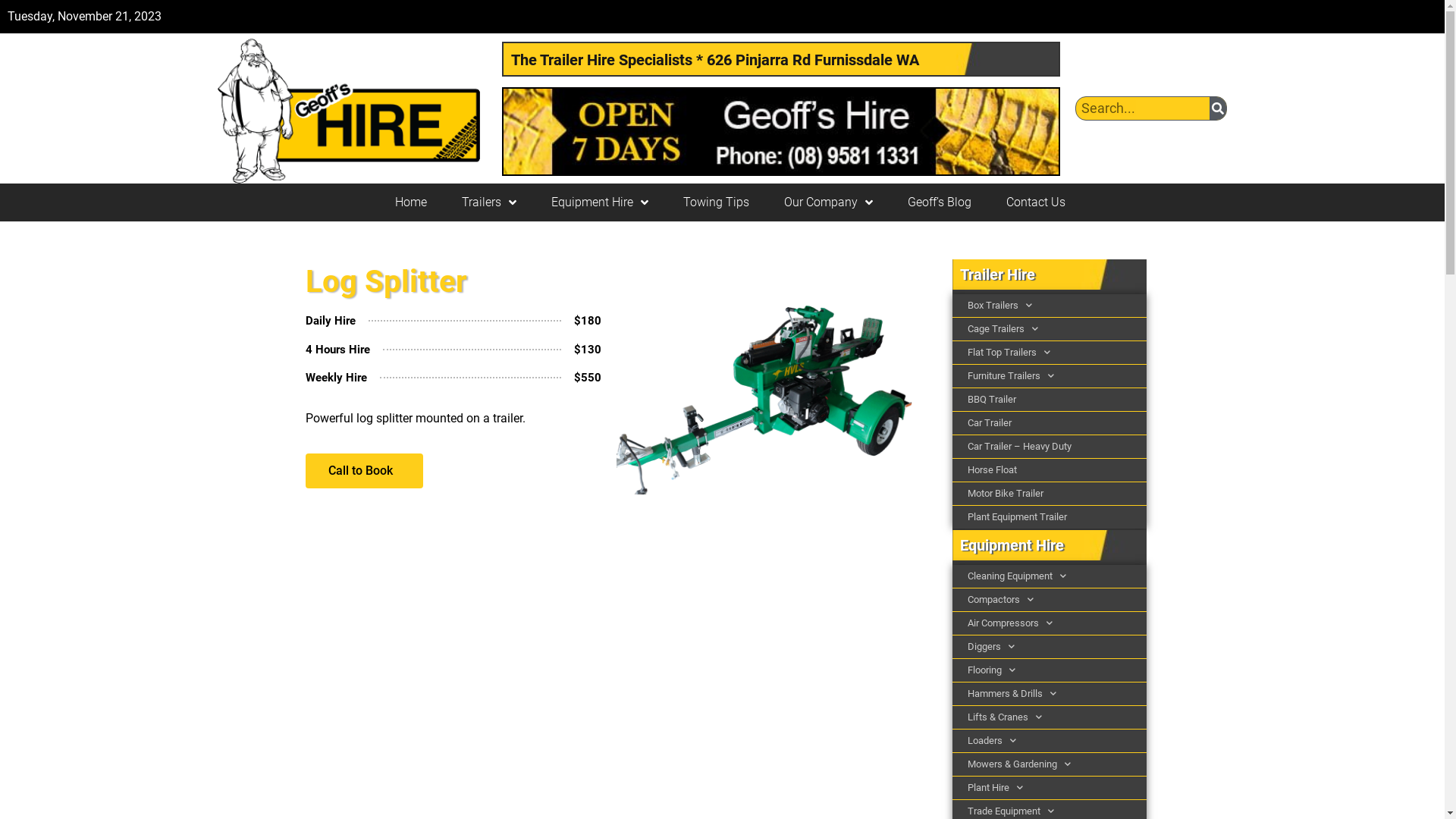 Image resolution: width=1456 pixels, height=819 pixels. I want to click on 'Equipment Hire', so click(598, 201).